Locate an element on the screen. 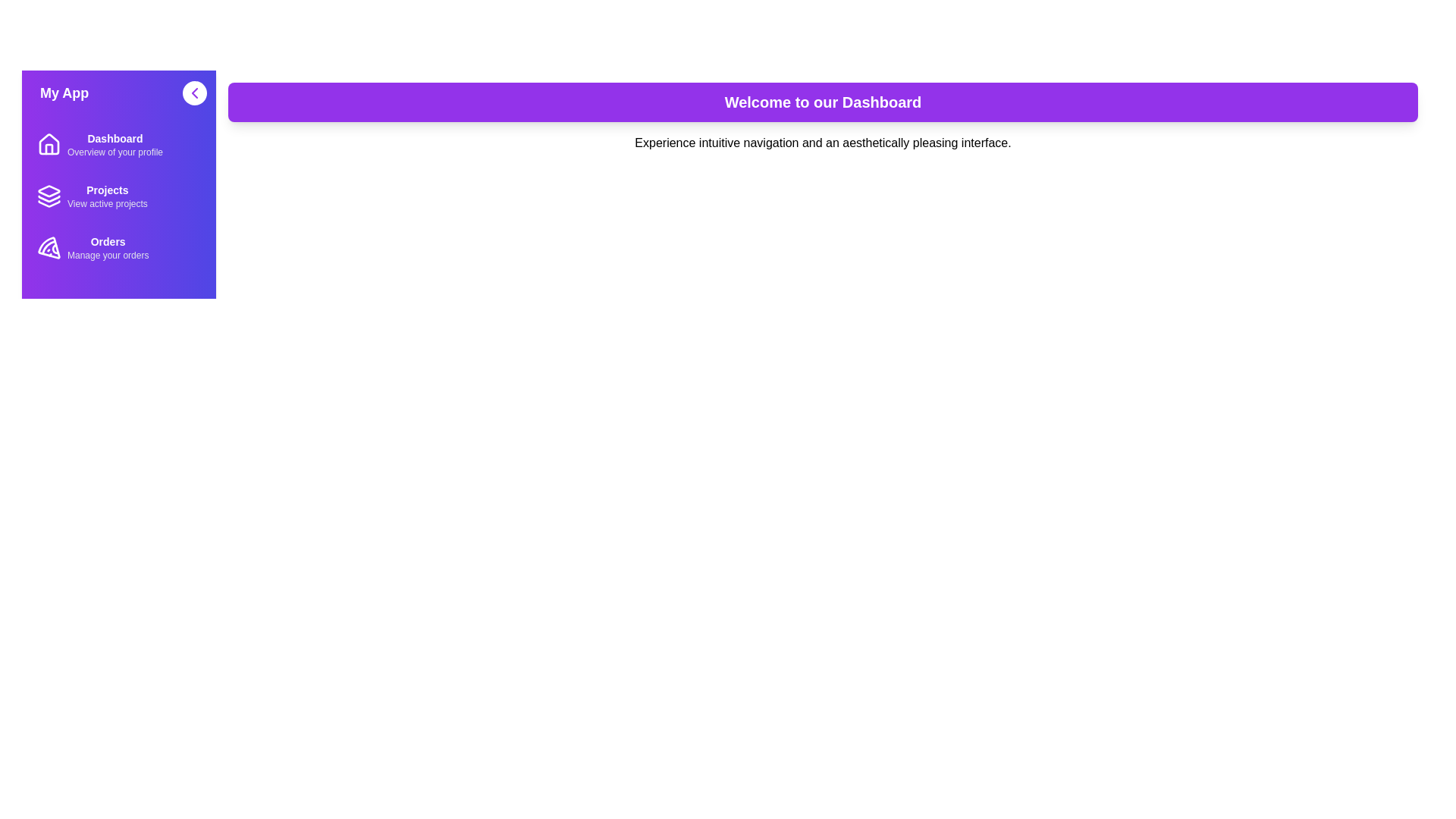 The width and height of the screenshot is (1456, 819). the 'Projects' menu item in the sidebar to navigate is located at coordinates (118, 195).